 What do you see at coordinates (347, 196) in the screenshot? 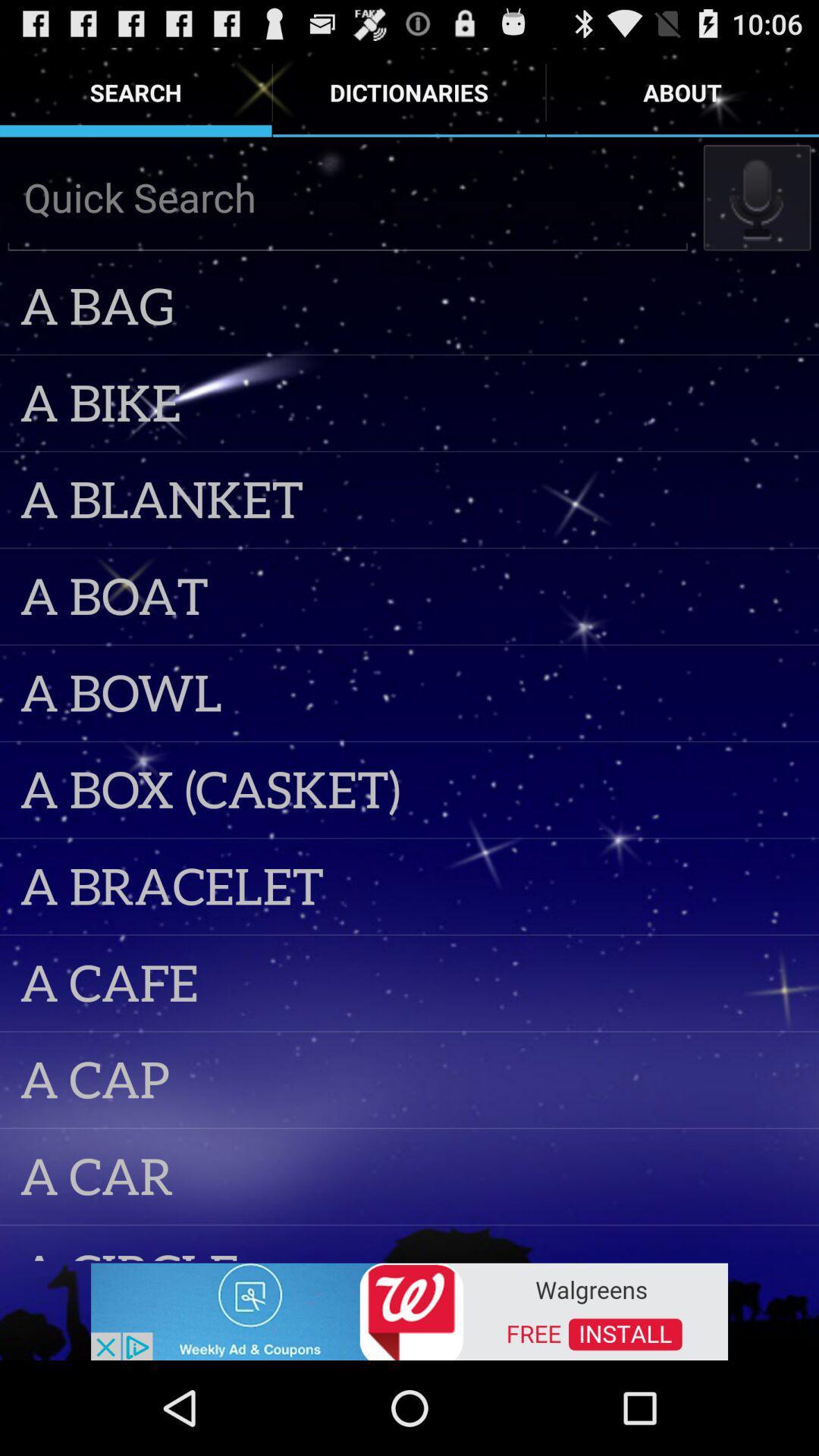
I see `quick search` at bounding box center [347, 196].